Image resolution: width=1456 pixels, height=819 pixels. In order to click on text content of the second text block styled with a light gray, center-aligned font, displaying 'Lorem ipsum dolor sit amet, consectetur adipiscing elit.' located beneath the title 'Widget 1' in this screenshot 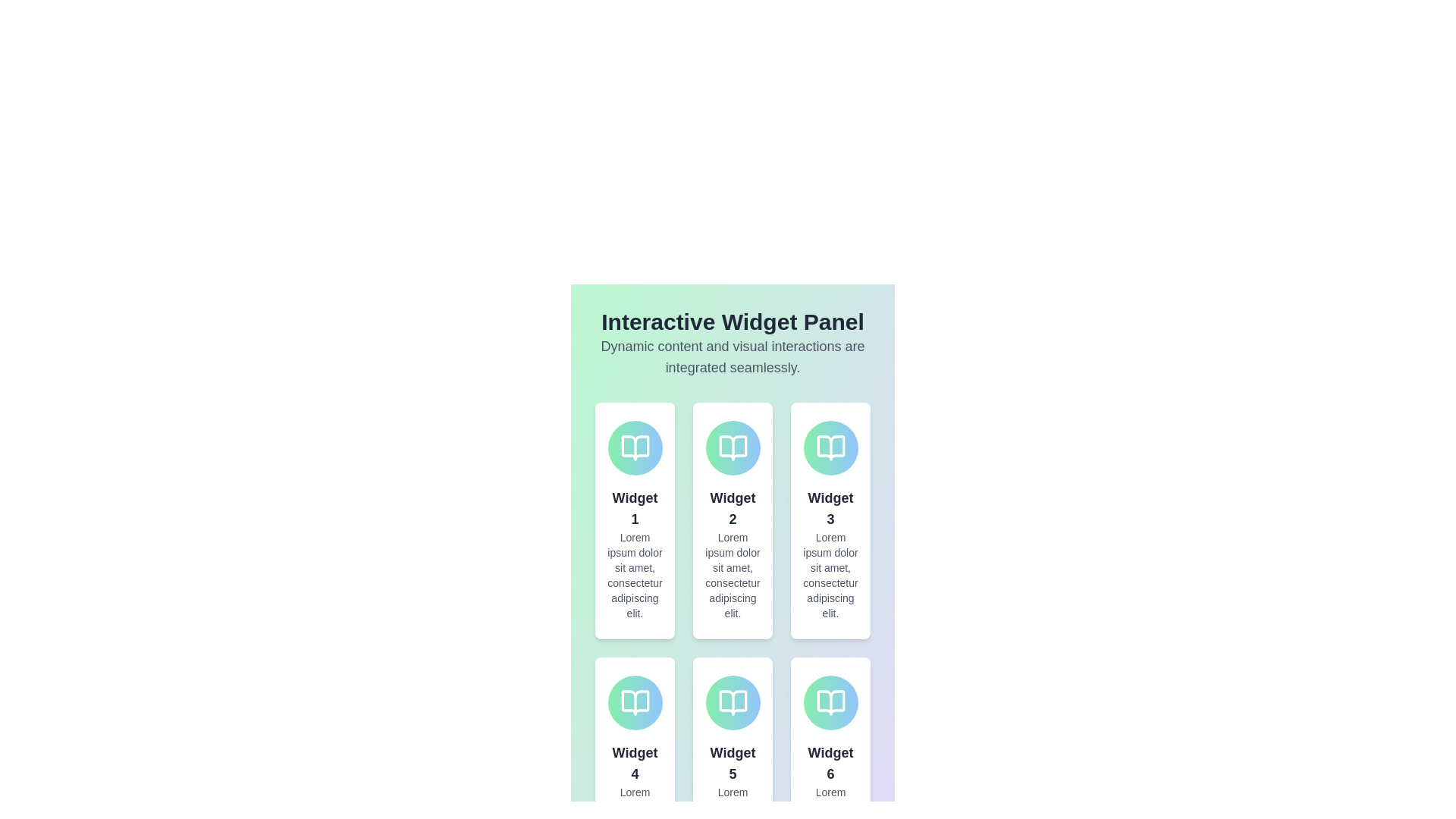, I will do `click(635, 576)`.